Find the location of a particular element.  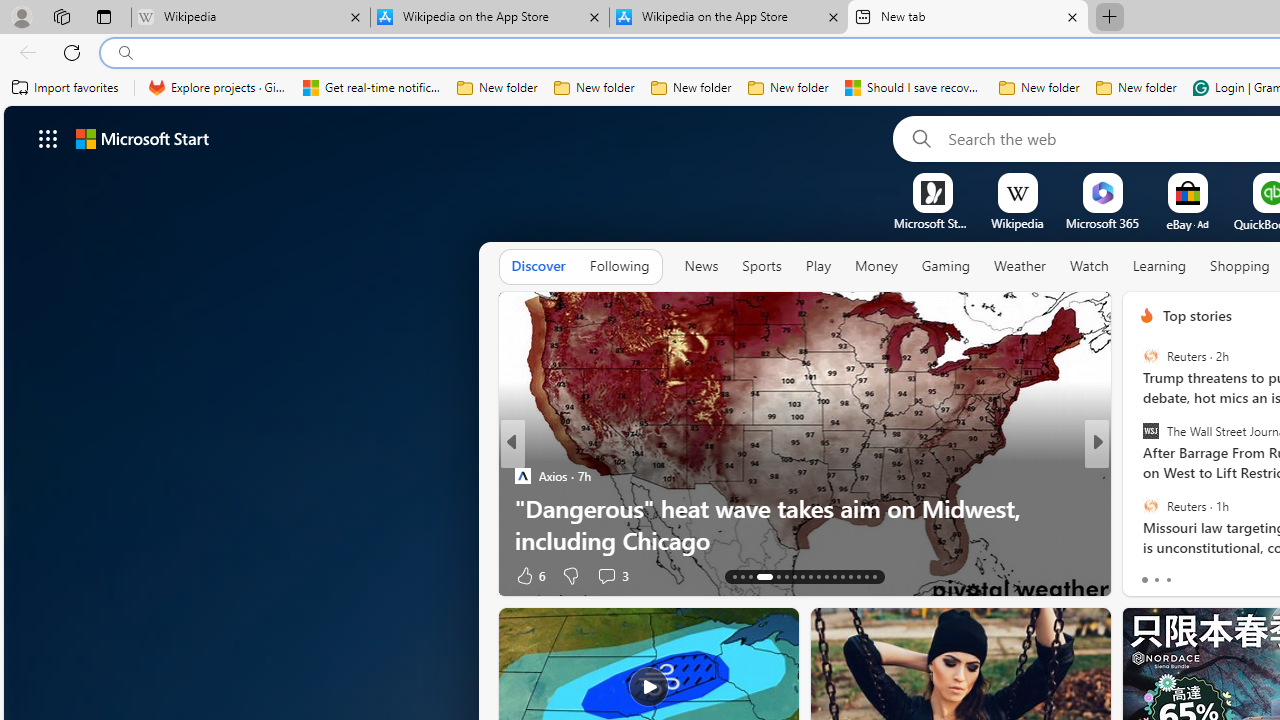

'AutomationID: tab-26' is located at coordinates (850, 577).